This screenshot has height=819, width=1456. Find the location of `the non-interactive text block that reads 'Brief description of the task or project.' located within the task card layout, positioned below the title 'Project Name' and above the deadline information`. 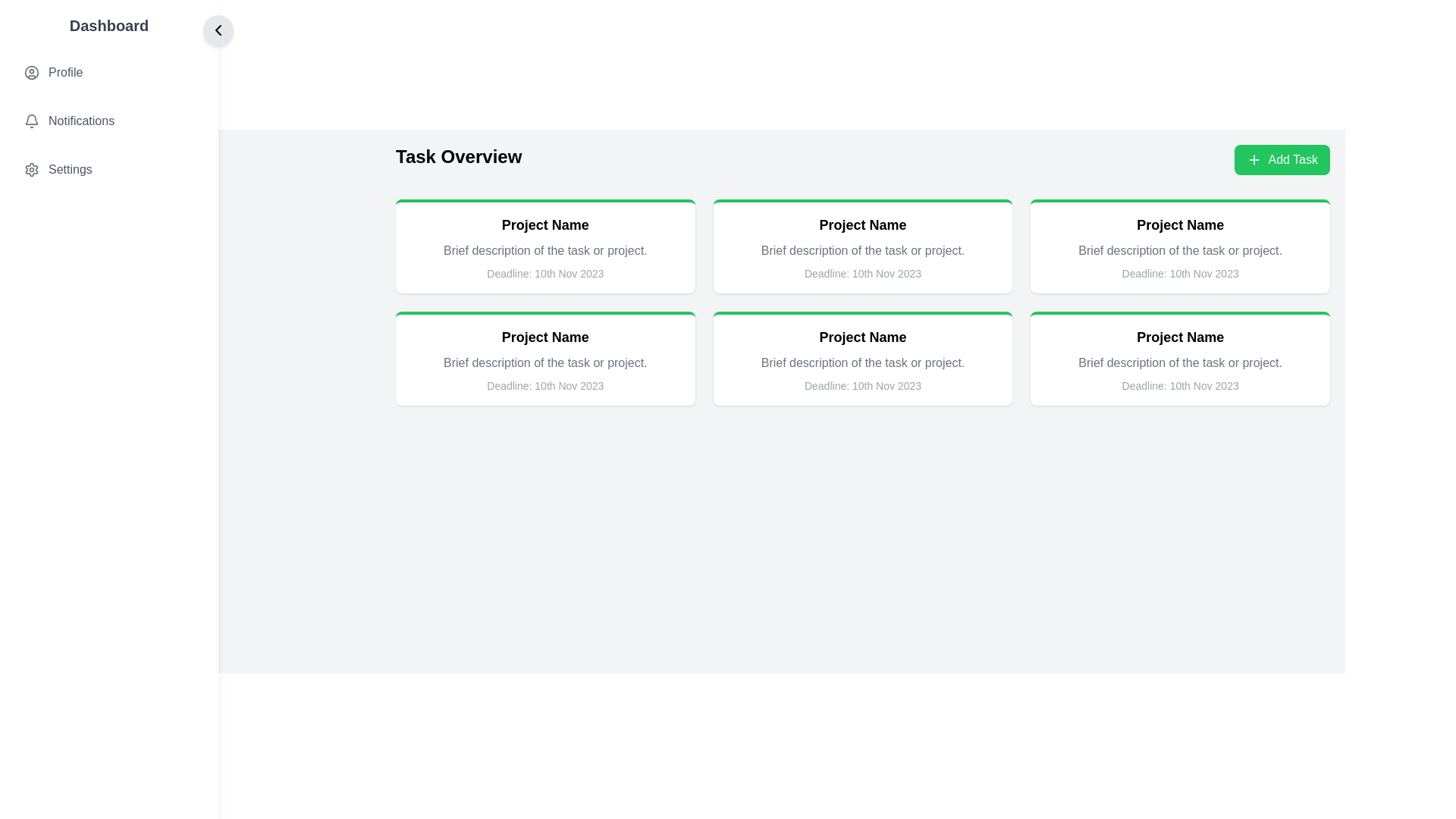

the non-interactive text block that reads 'Brief description of the task or project.' located within the task card layout, positioned below the title 'Project Name' and above the deadline information is located at coordinates (1179, 250).